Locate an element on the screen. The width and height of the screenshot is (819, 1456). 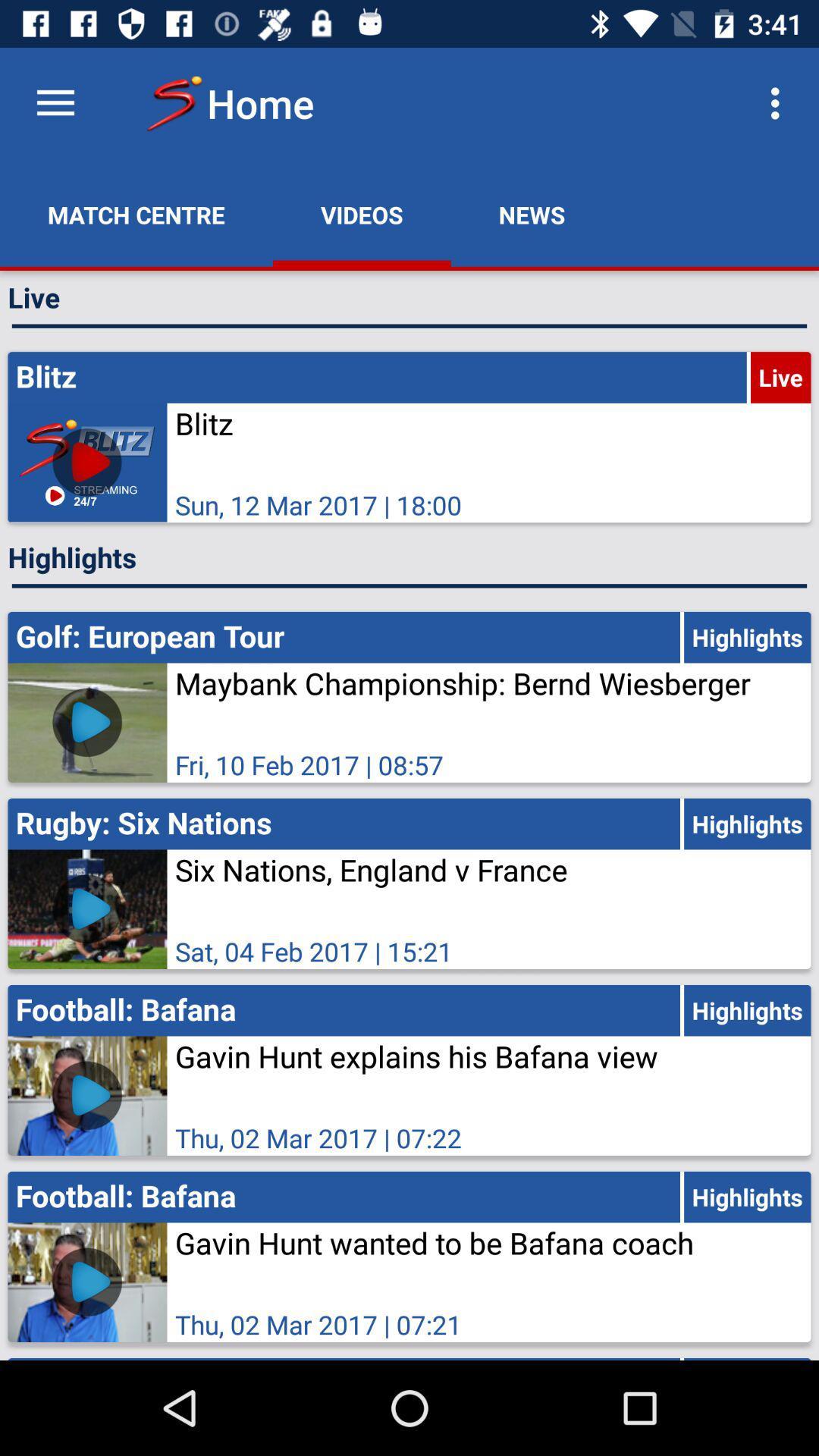
show more options is located at coordinates (55, 102).